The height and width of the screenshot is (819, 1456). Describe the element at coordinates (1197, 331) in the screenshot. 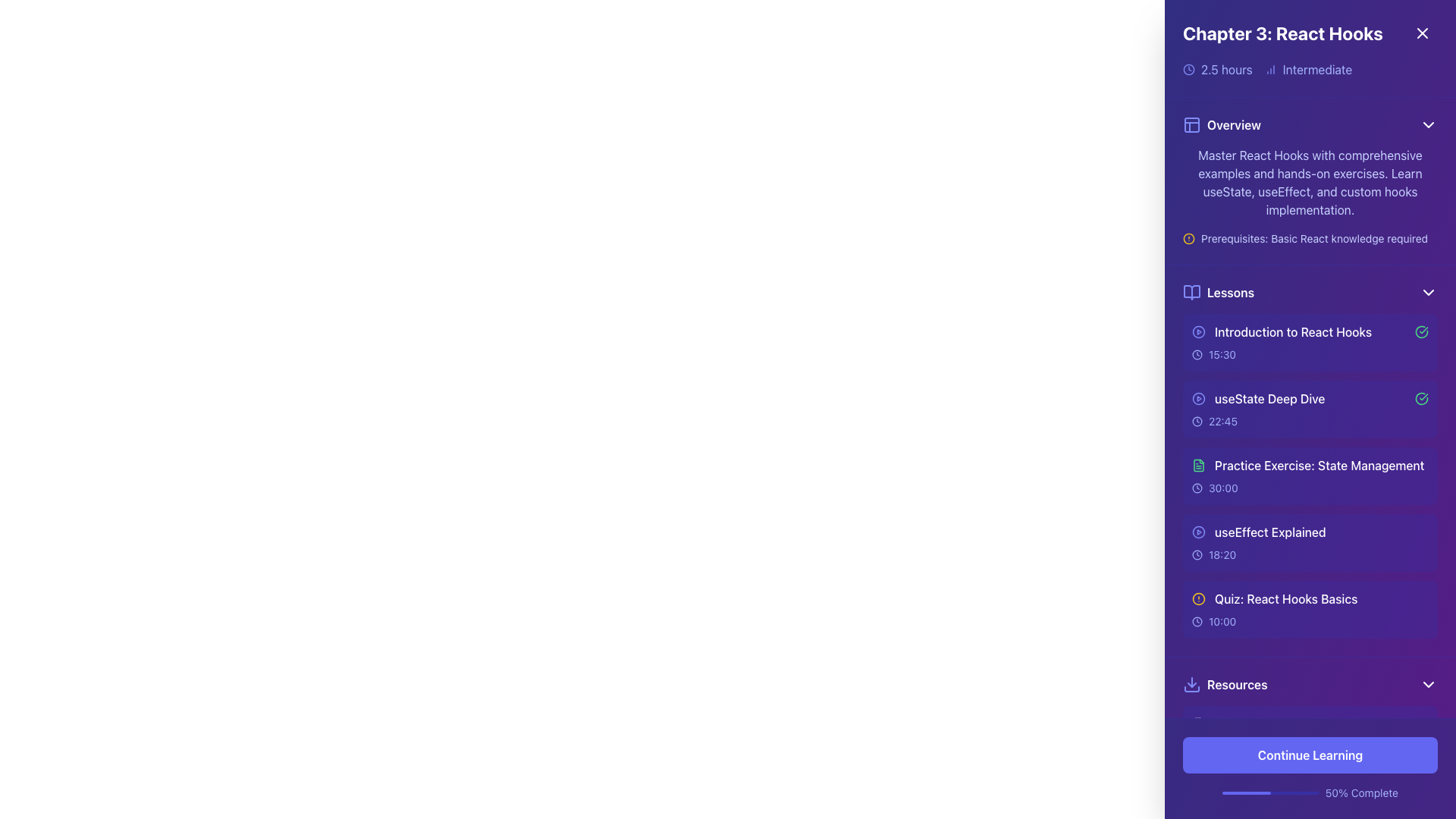

I see `the play icon button located to the left of the 'Introduction to React Hooks' lesson name in the 'Lessons' section to play the lesson content` at that location.